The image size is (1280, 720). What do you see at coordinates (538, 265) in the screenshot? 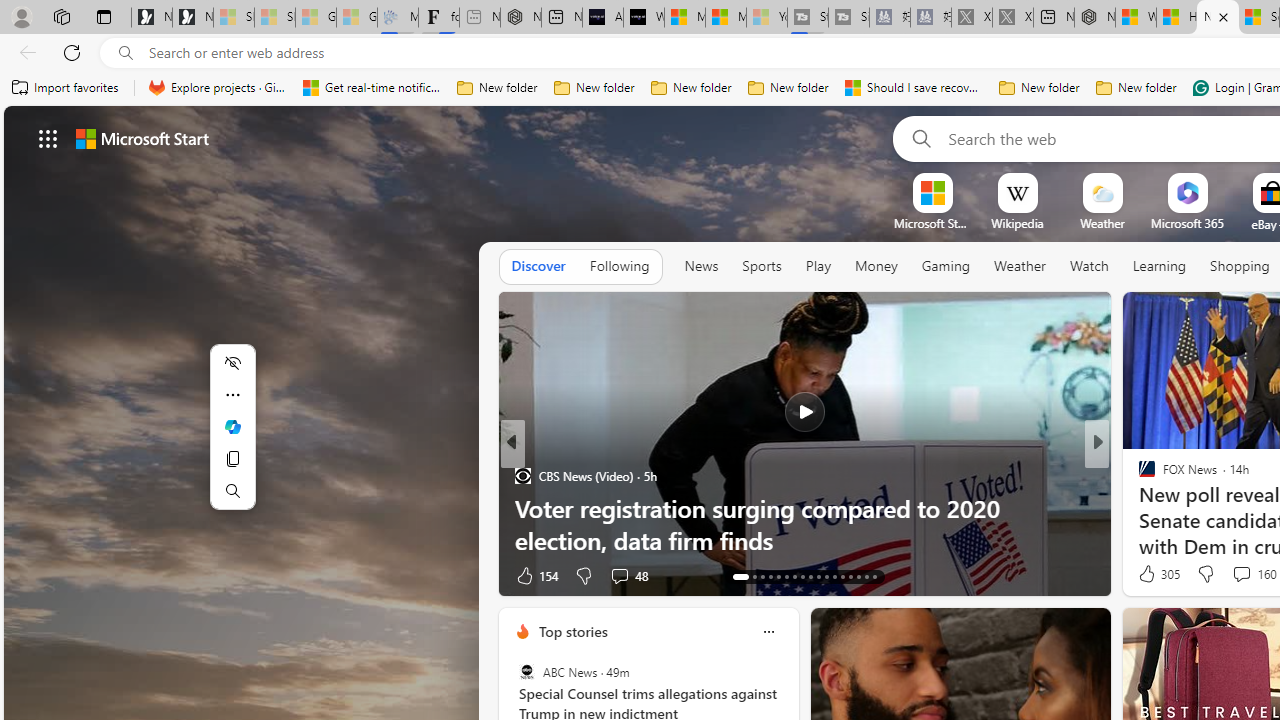
I see `'Discover'` at bounding box center [538, 265].